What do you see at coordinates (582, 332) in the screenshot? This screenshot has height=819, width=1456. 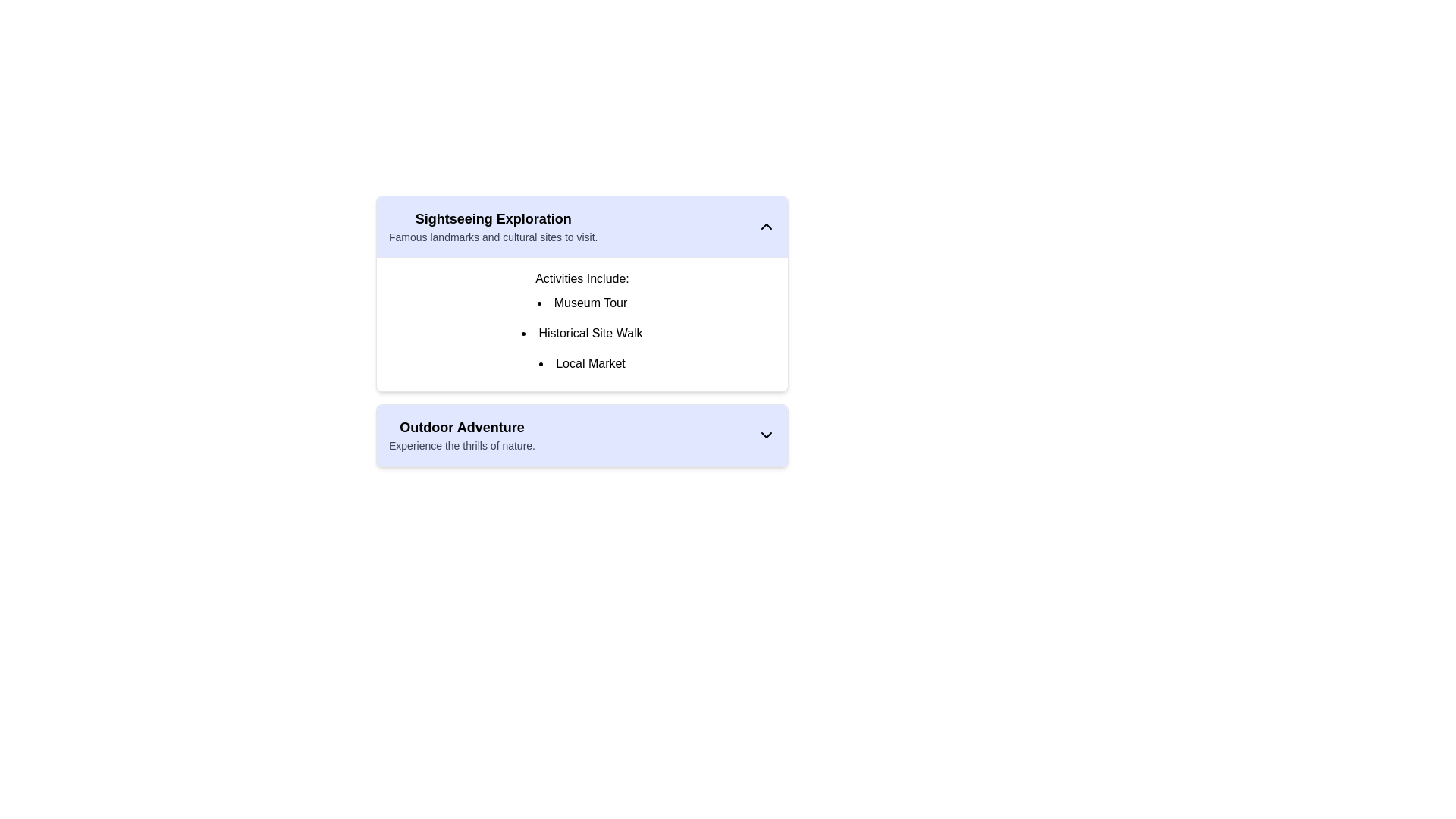 I see `the text label reading 'Historical Site Walk', which is the second item in the vertical bulleted list under 'Activities Include:'` at bounding box center [582, 332].